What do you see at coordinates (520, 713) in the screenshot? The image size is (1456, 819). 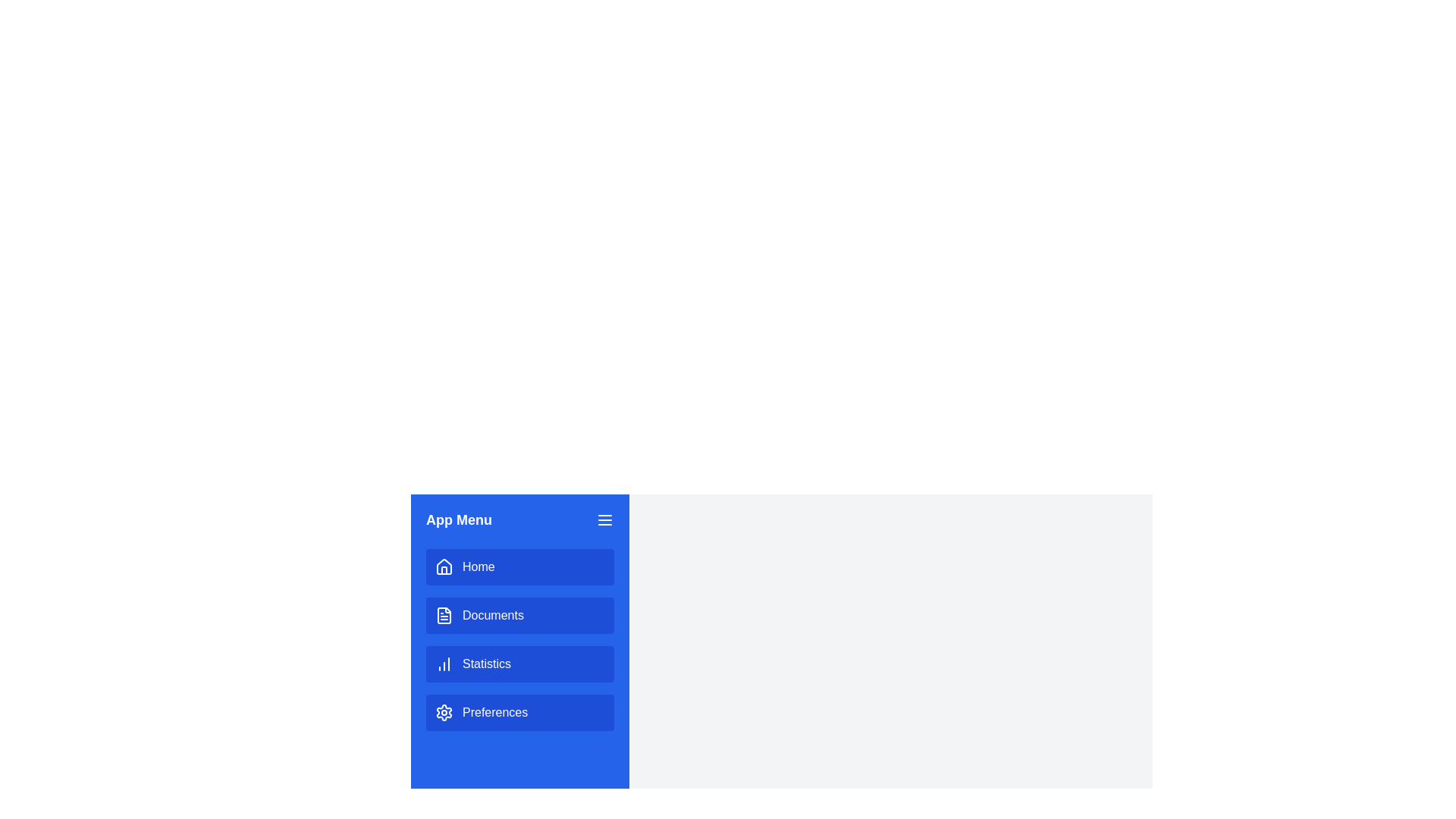 I see `the 'Preferences' button in the menu` at bounding box center [520, 713].